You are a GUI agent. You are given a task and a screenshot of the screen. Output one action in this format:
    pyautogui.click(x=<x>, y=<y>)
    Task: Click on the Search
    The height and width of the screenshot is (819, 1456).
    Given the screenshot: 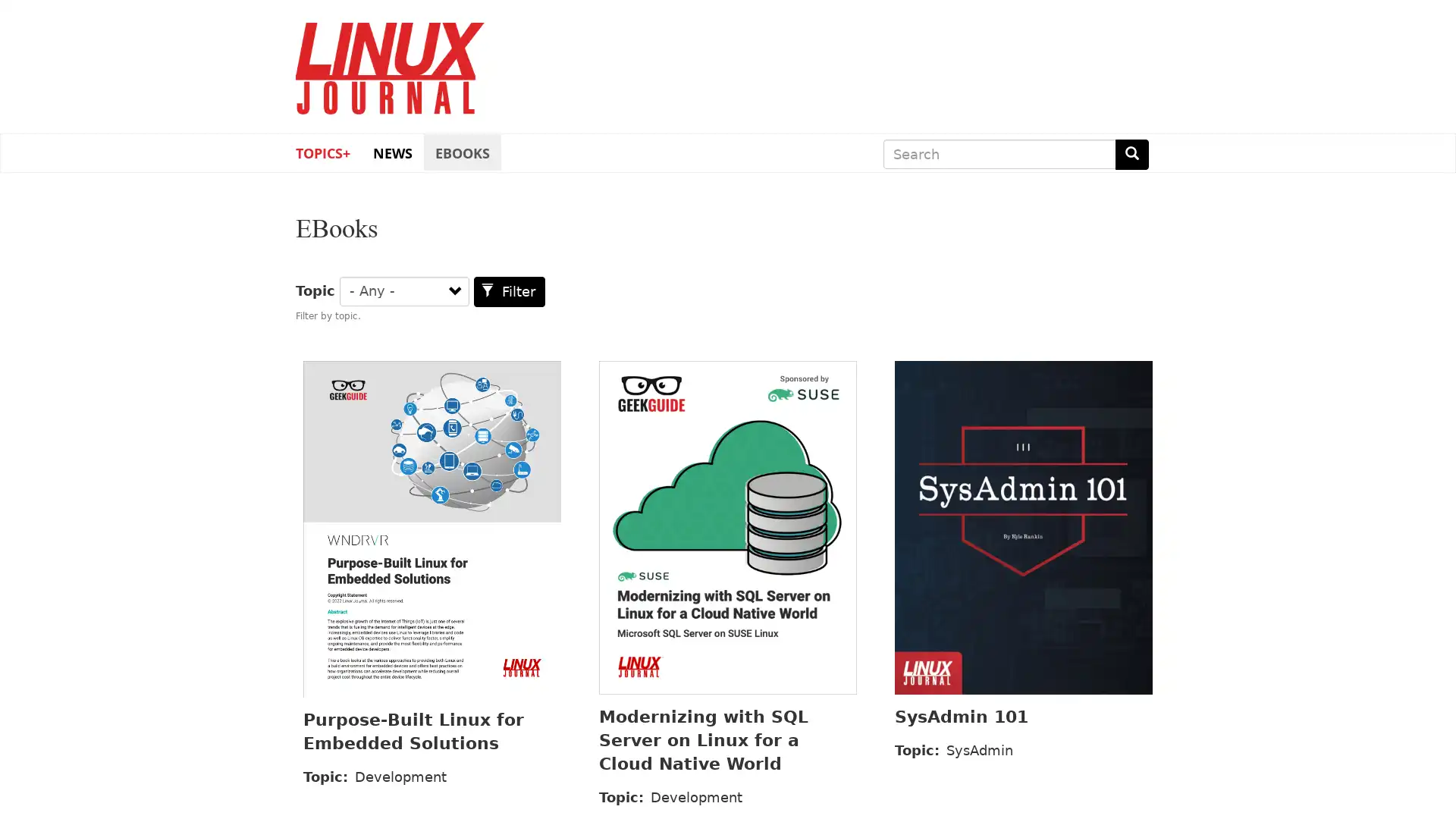 What is the action you would take?
    pyautogui.click(x=1131, y=154)
    